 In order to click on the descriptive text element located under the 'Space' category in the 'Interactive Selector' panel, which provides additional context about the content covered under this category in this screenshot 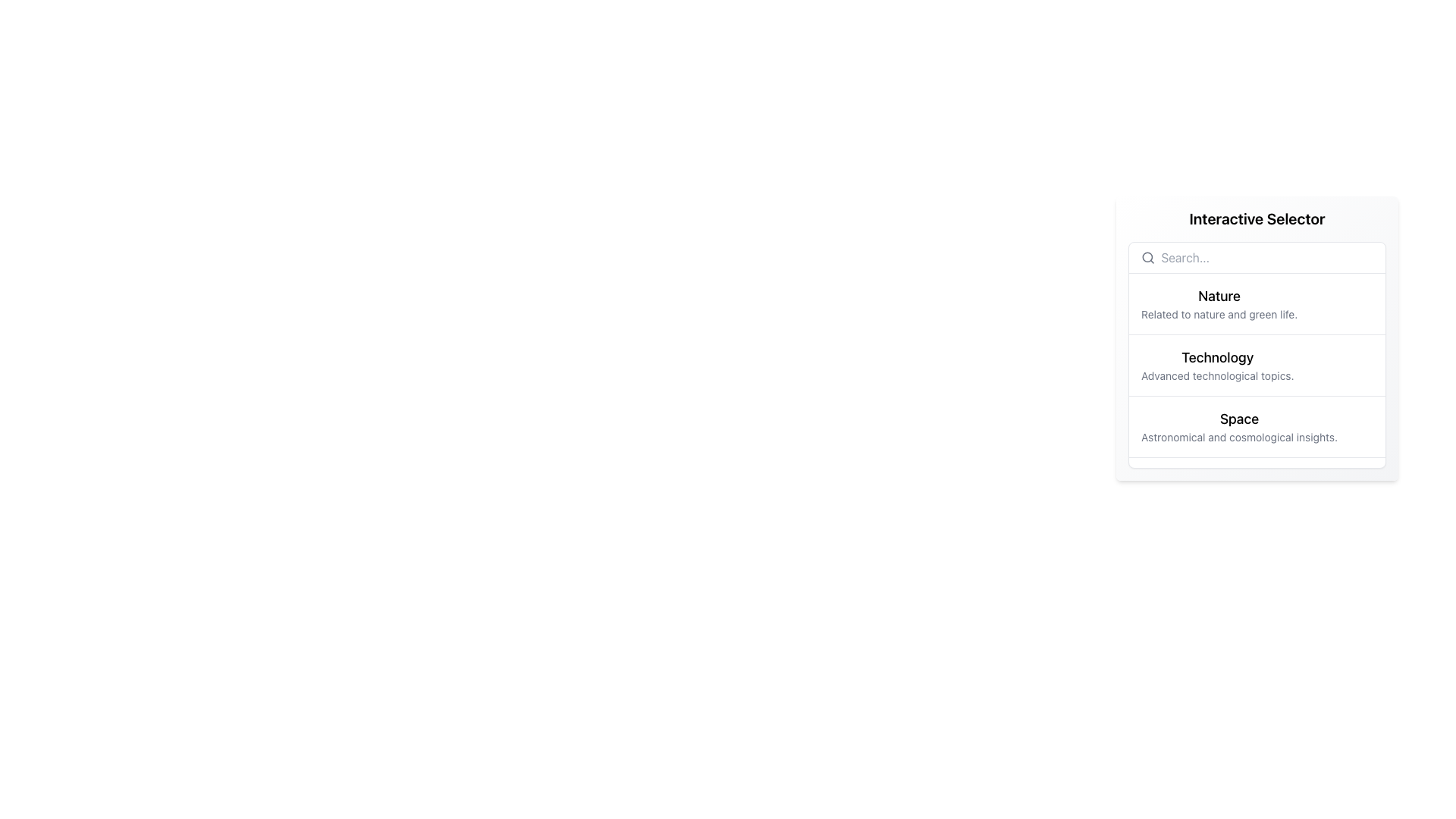, I will do `click(1239, 438)`.